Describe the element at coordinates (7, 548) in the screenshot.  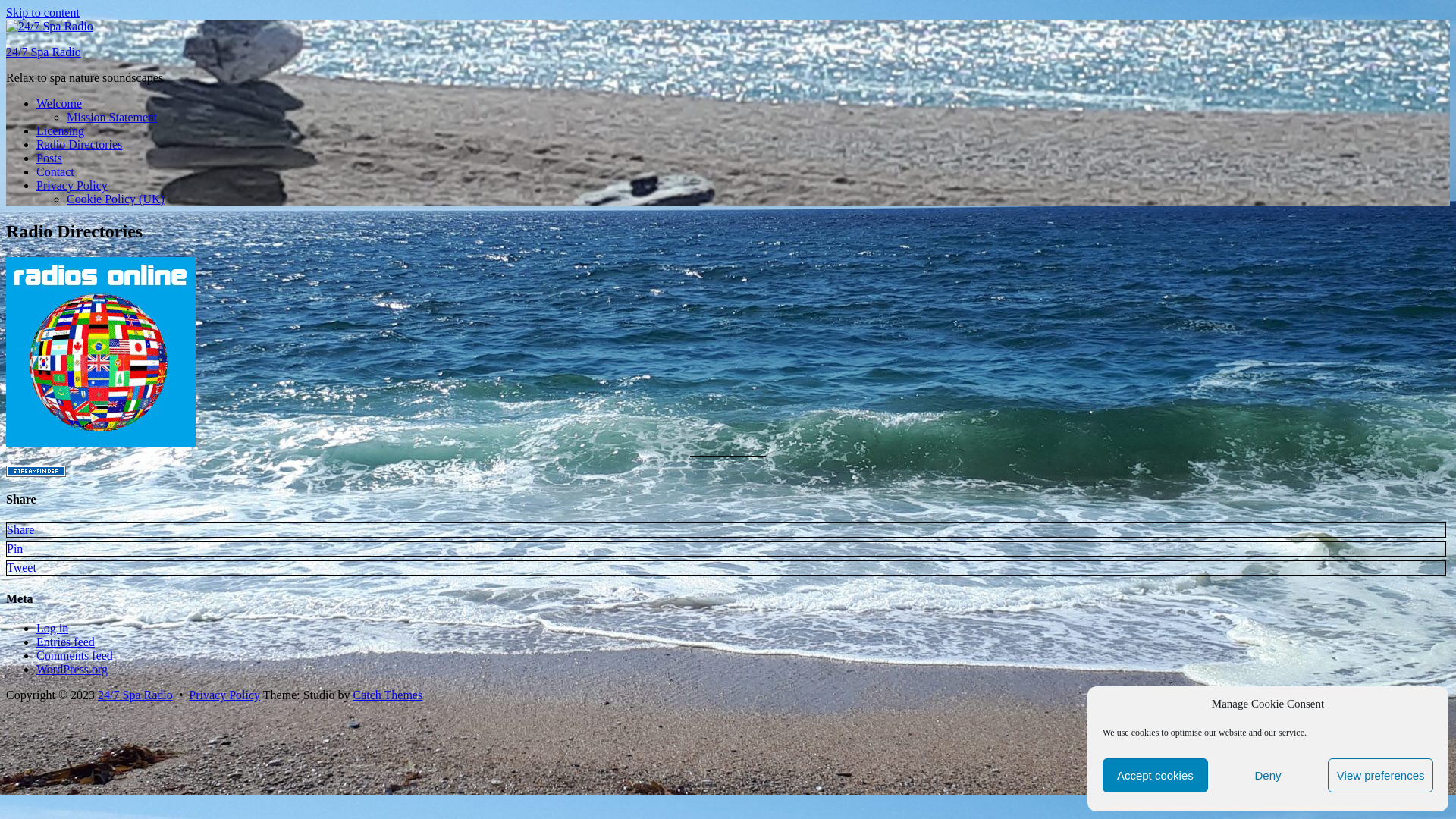
I see `'Pin'` at that location.